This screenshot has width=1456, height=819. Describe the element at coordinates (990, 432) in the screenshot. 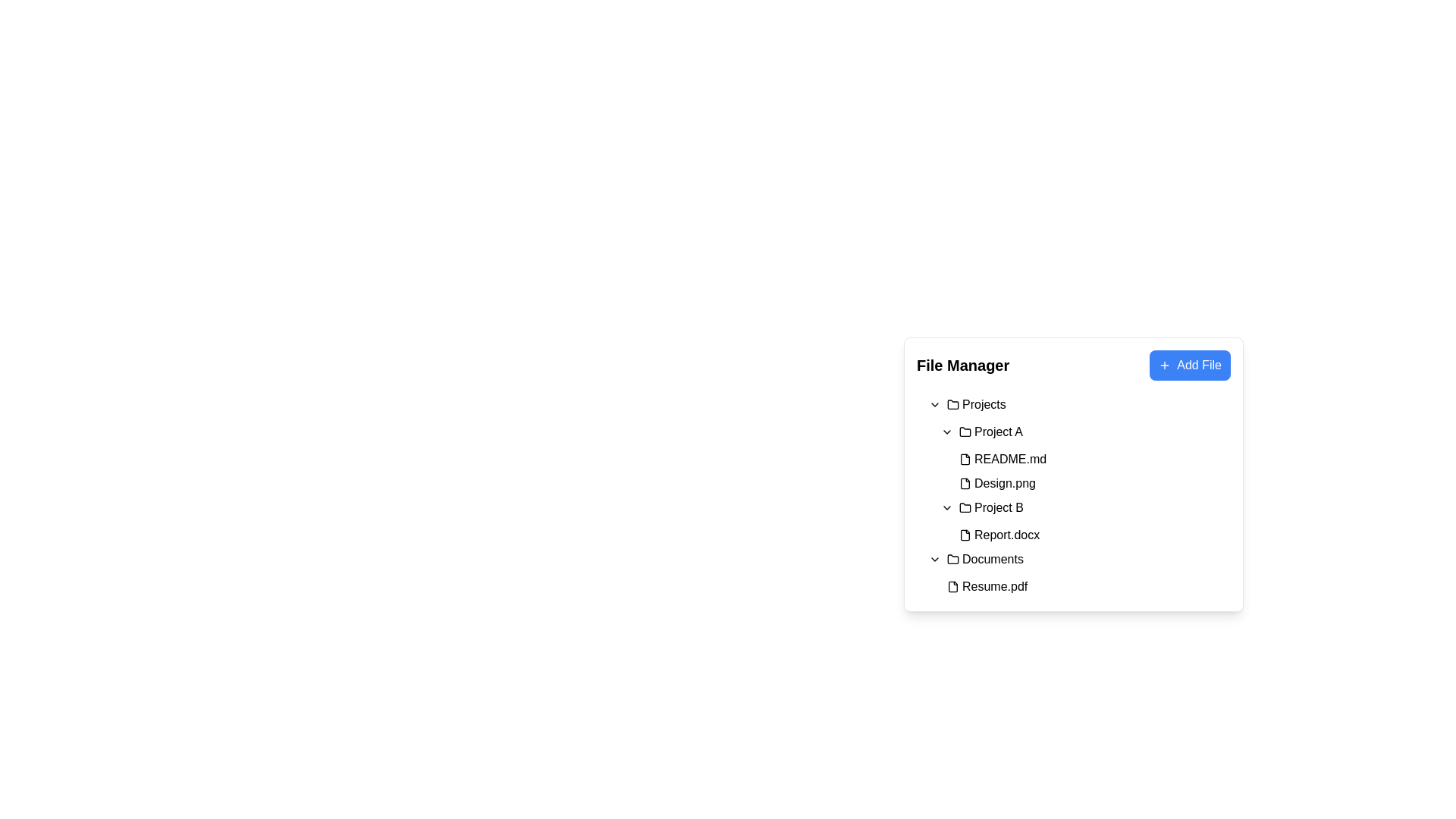

I see `the 'Project A' text label with a folder icon` at that location.